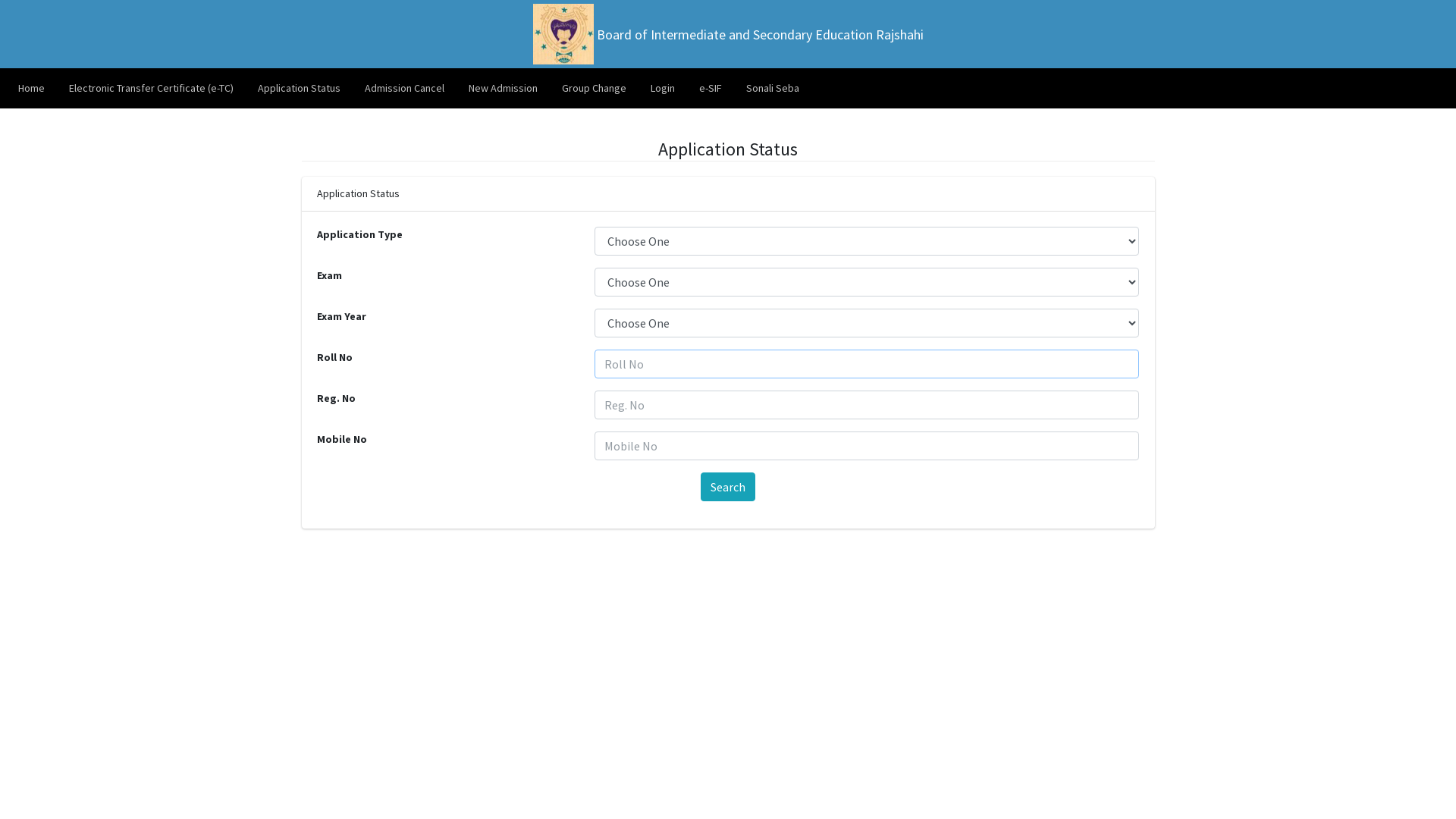 The height and width of the screenshot is (819, 1456). What do you see at coordinates (638, 88) in the screenshot?
I see `'Login'` at bounding box center [638, 88].